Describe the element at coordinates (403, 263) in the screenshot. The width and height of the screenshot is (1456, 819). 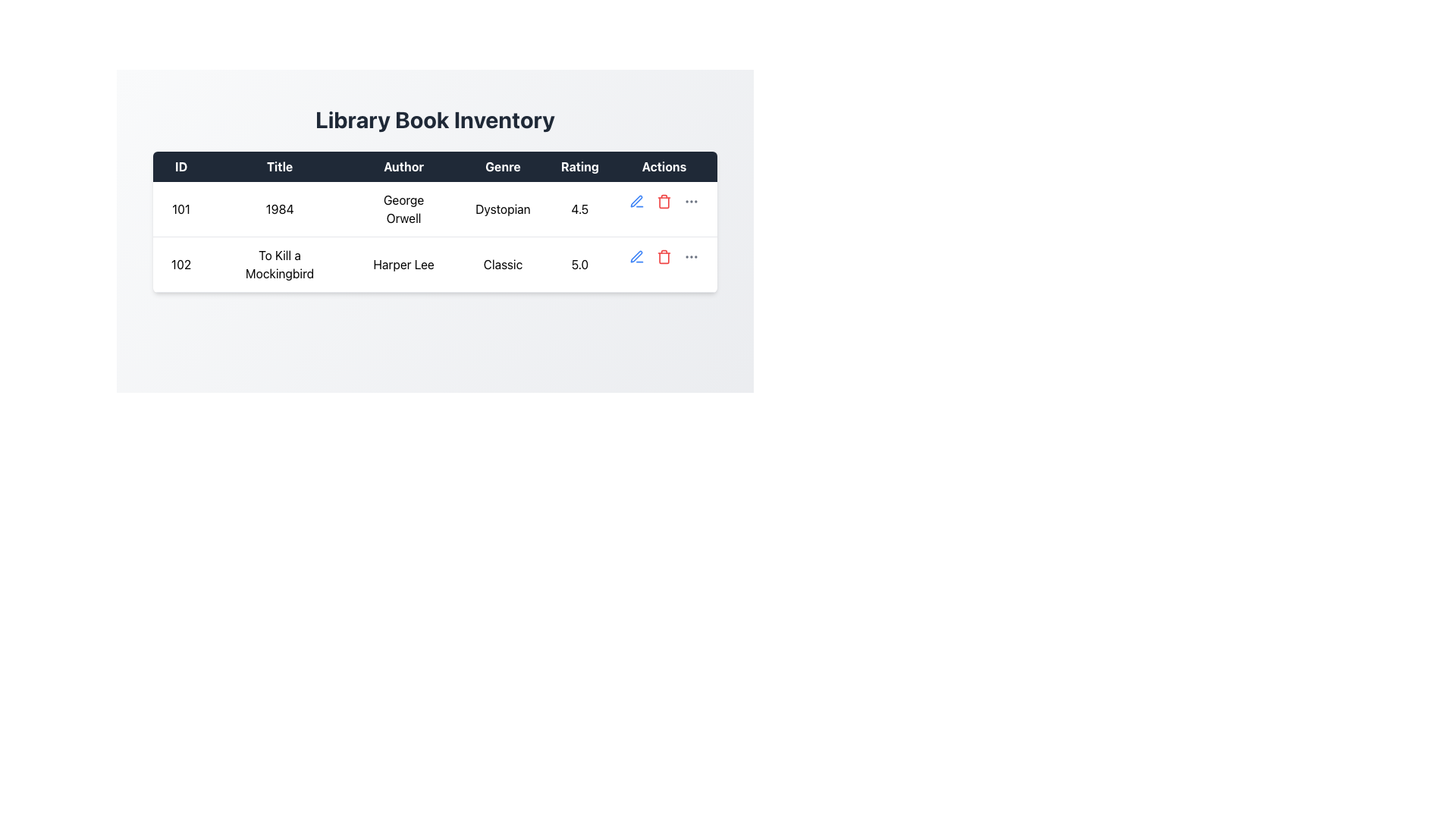
I see `the text component displaying the name 'Harper Lee' located in the 'Author' column of the table, specifically in the third column of the second row with ID '102'` at that location.